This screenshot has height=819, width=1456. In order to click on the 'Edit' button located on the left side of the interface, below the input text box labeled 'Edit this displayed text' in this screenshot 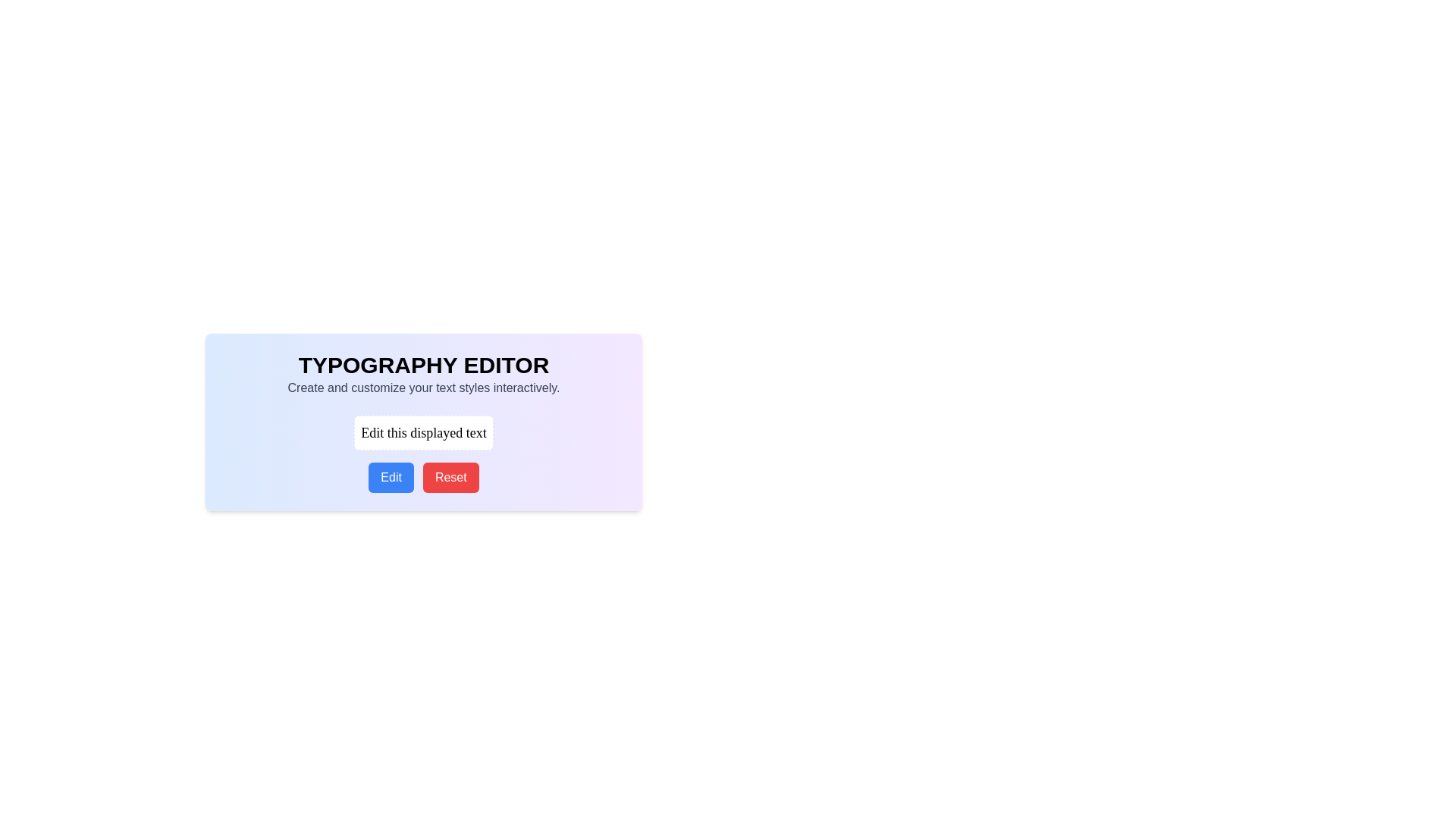, I will do `click(391, 476)`.